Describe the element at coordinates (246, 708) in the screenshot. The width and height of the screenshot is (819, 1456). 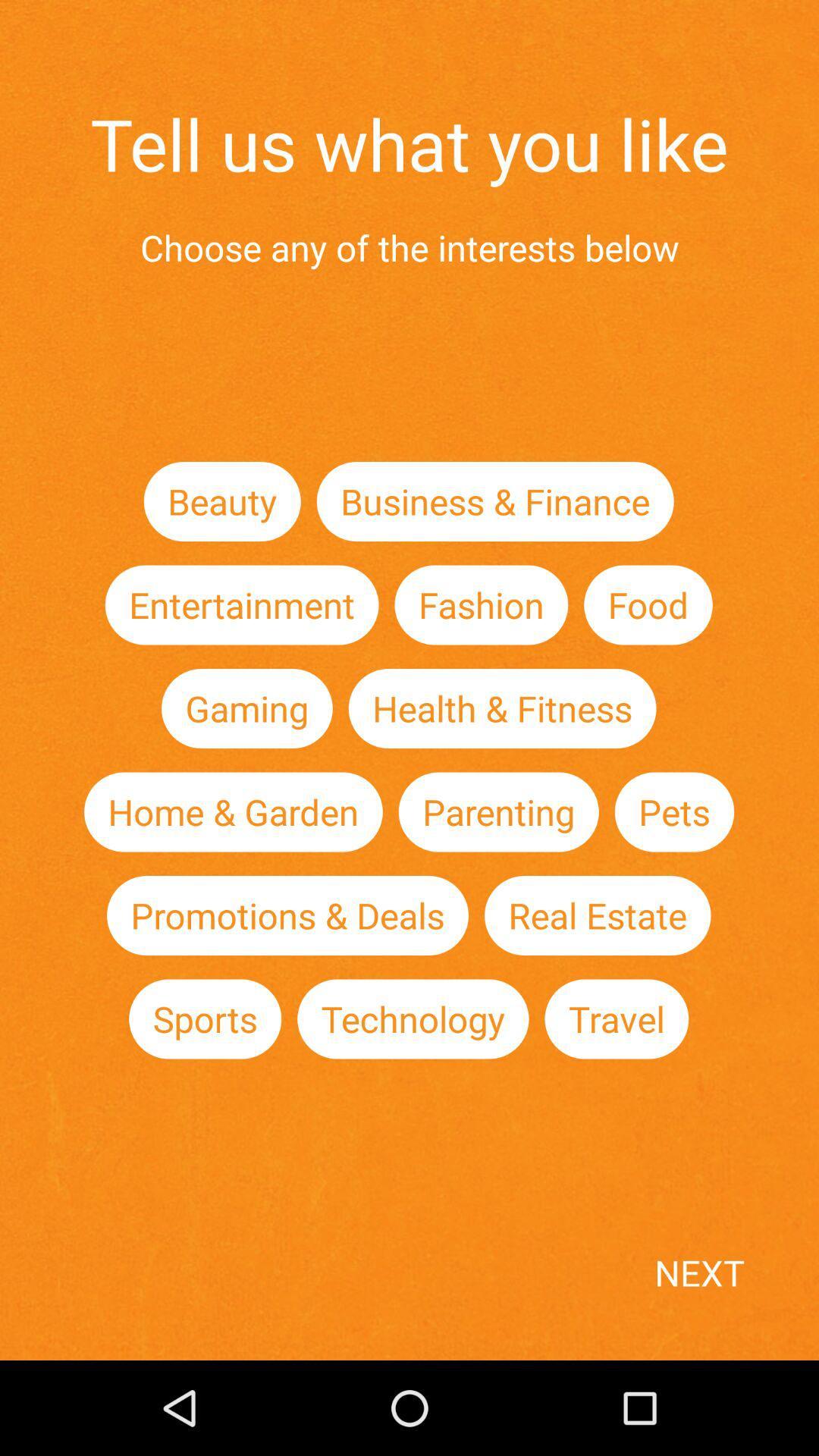
I see `icon below the entertainment item` at that location.